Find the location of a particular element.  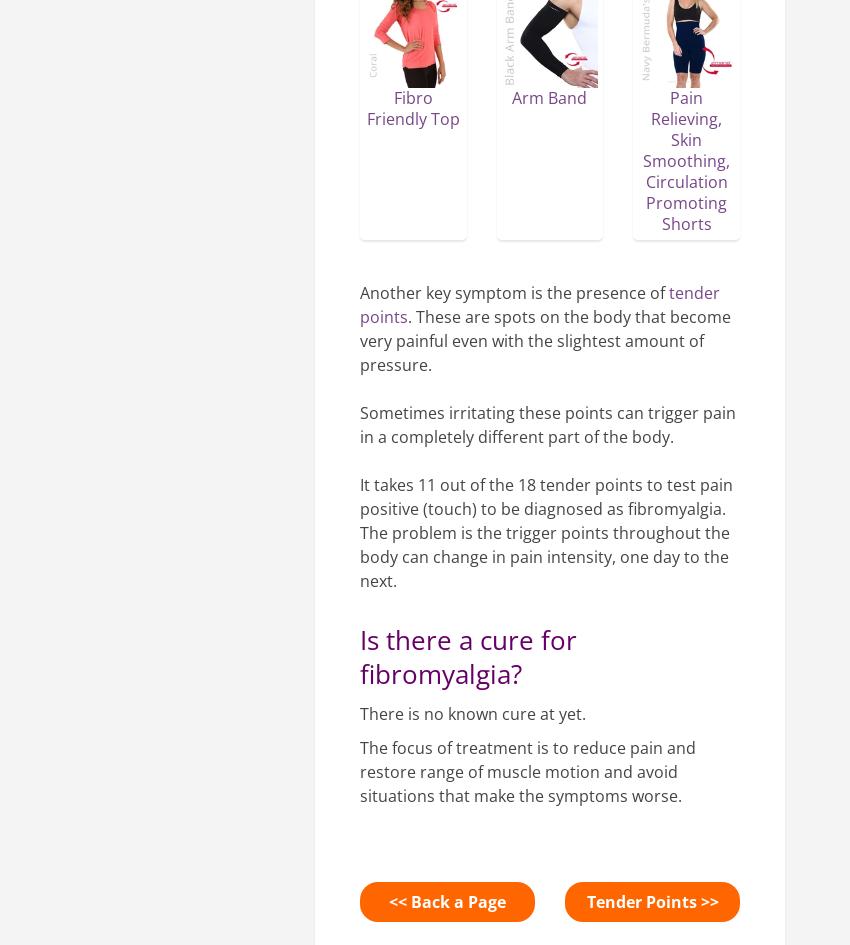

'. These are spots on the body that become very painful even with the slightest amount of pressure.' is located at coordinates (544, 339).